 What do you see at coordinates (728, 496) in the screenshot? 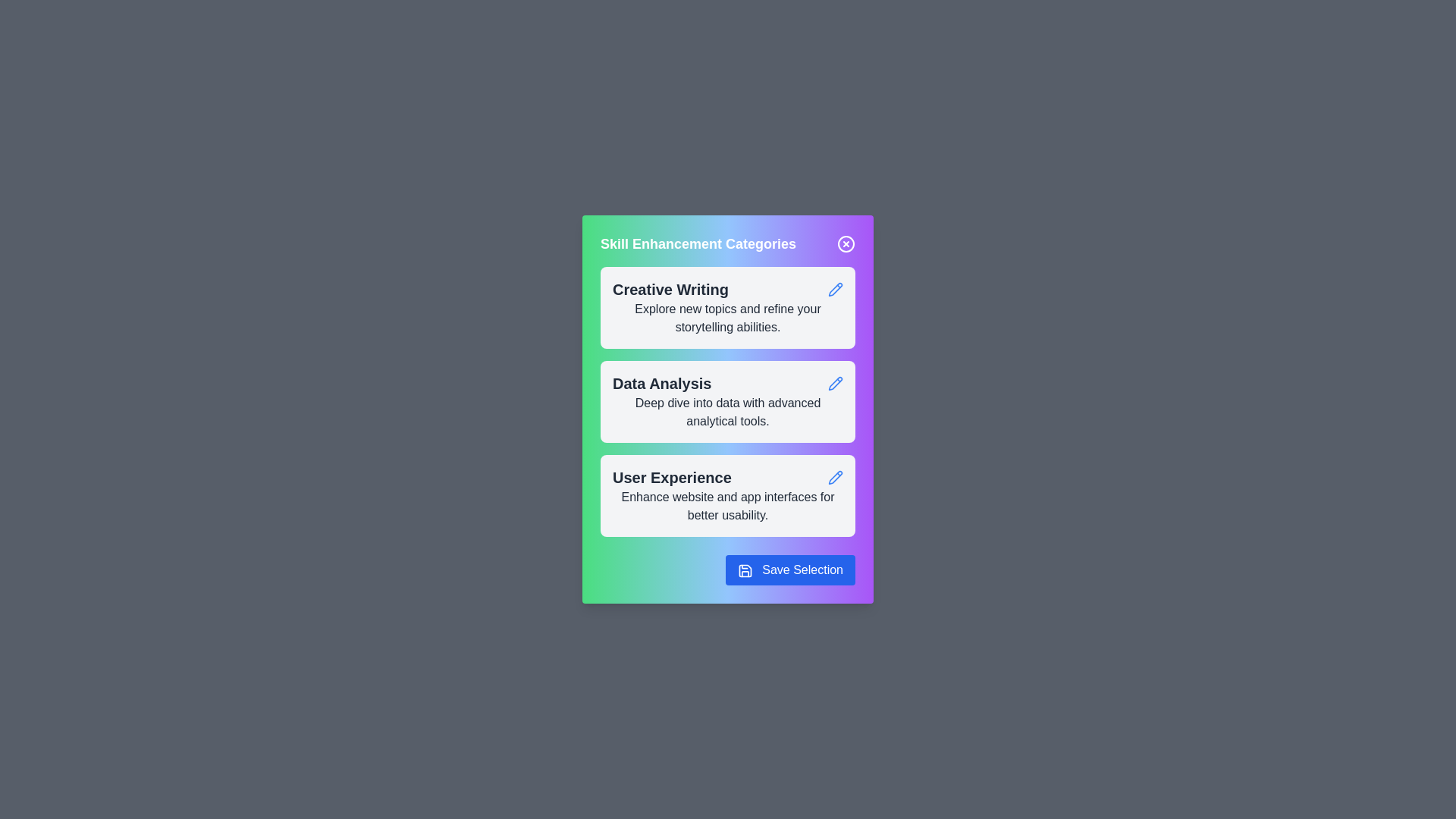
I see `the User Experience card to highlight it` at bounding box center [728, 496].